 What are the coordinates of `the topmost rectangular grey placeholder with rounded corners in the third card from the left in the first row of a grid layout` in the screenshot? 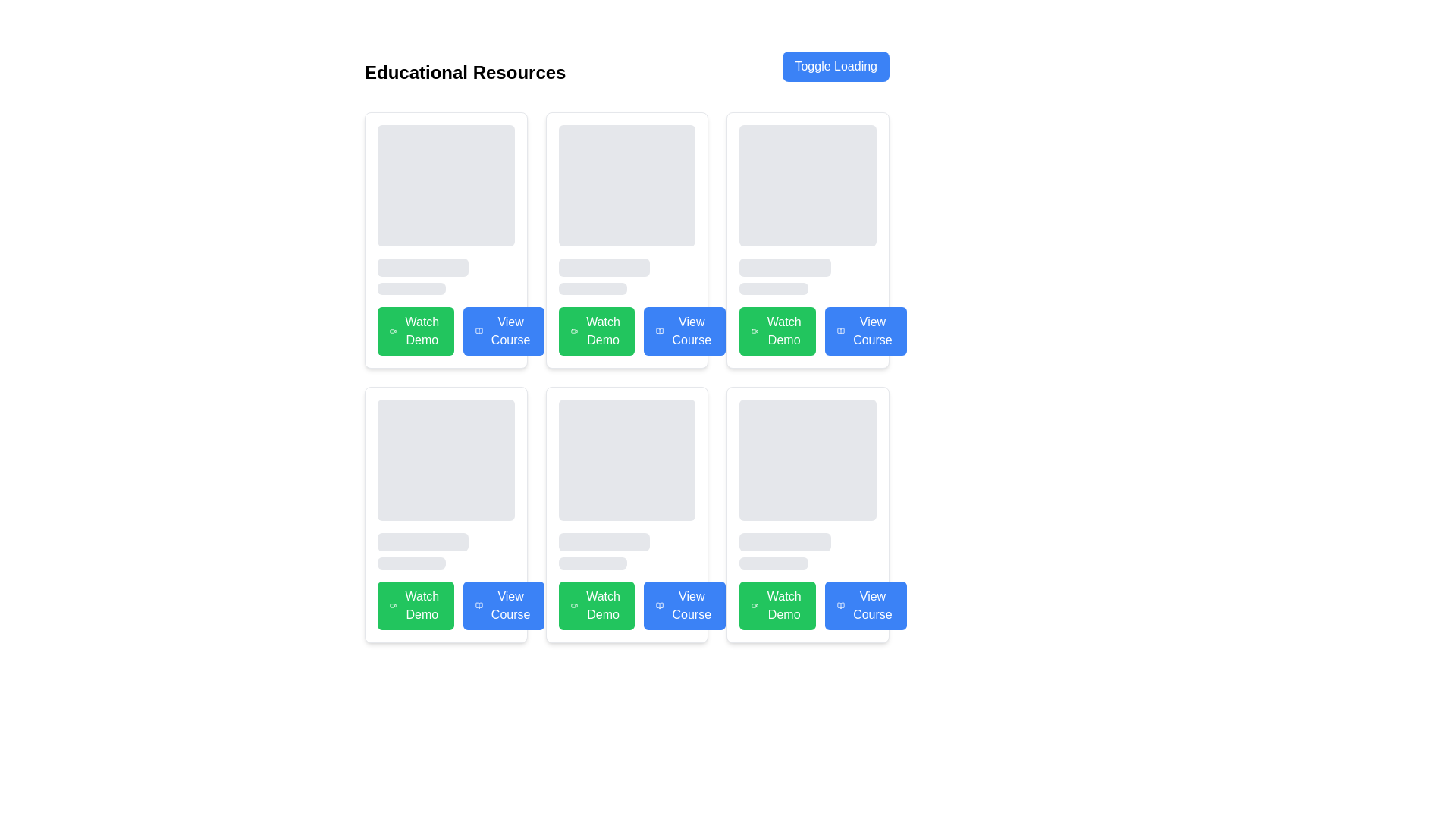 It's located at (807, 210).